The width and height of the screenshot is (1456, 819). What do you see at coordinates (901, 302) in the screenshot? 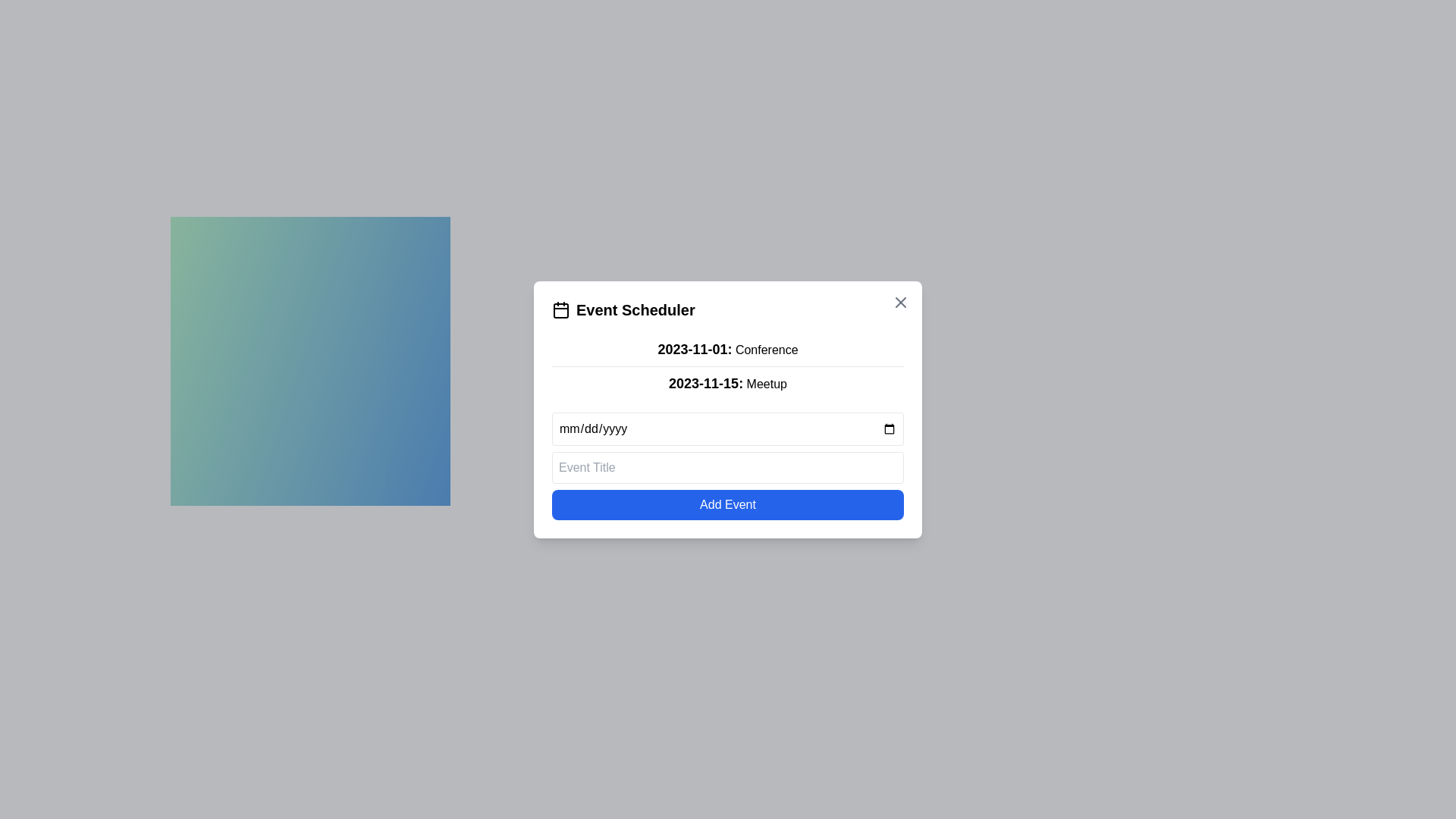
I see `the gray 'X' button in the top-right corner of the 'Event Scheduler' dialog` at bounding box center [901, 302].